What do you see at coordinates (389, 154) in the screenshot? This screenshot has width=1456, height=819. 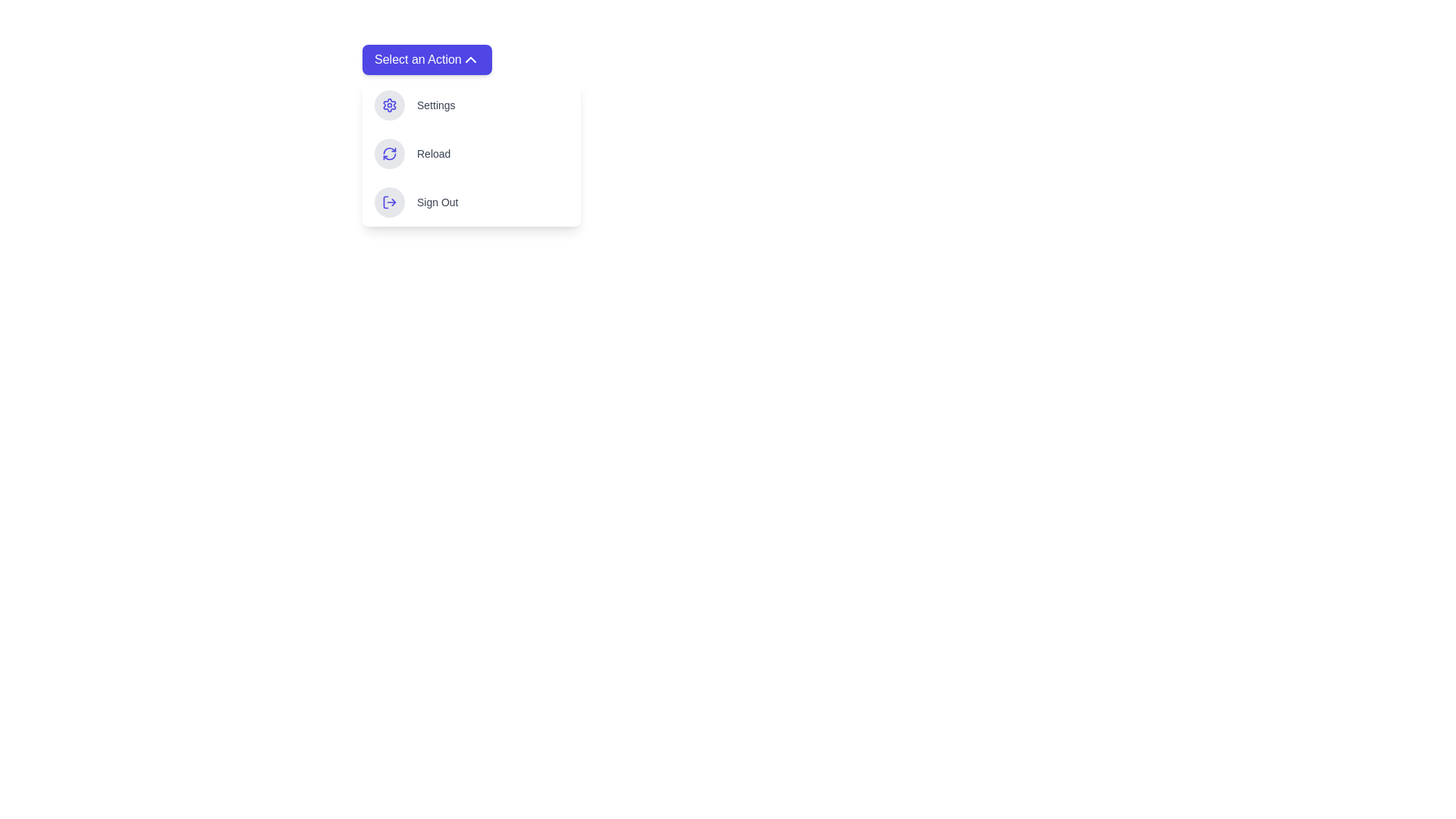 I see `the reload icon located to the left of the 'Reload' text in the dropdown menu, which is directly below the 'Settings' menu item` at bounding box center [389, 154].